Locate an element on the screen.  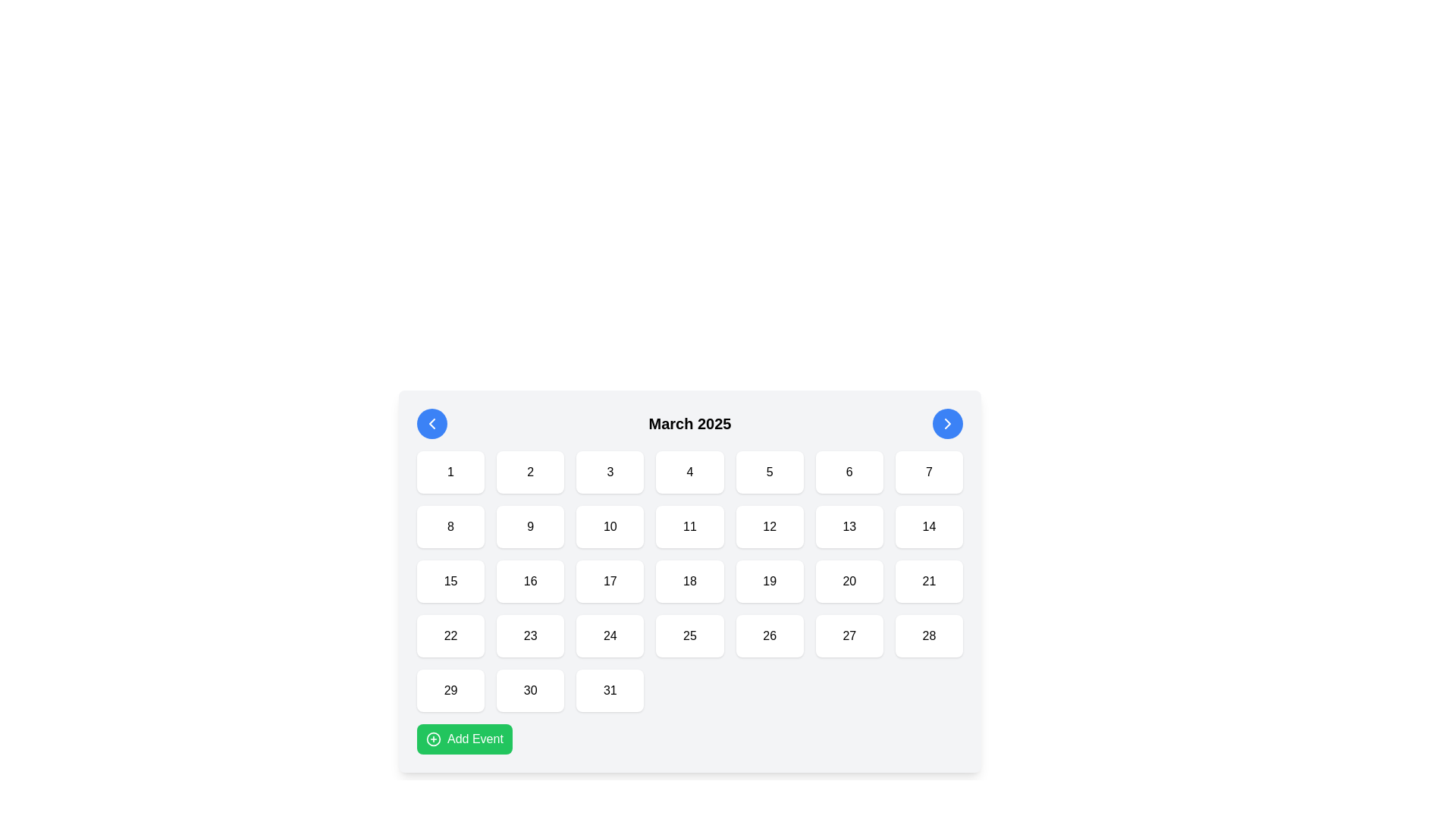
the button displaying the number '26' in black text, which is part of a calendar grid layout is located at coordinates (769, 636).